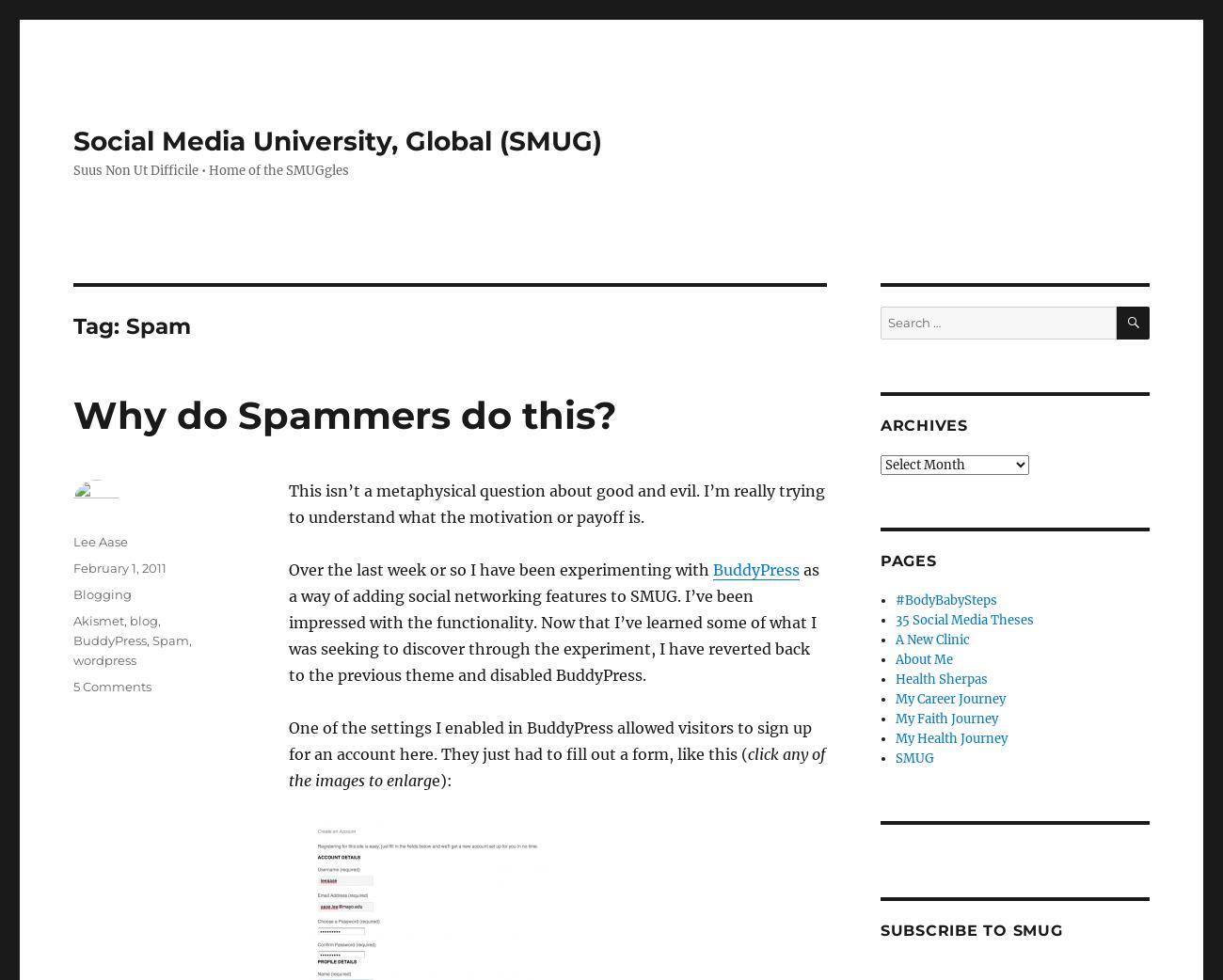 The height and width of the screenshot is (980, 1223). Describe the element at coordinates (895, 600) in the screenshot. I see `'#BodyBabySteps'` at that location.